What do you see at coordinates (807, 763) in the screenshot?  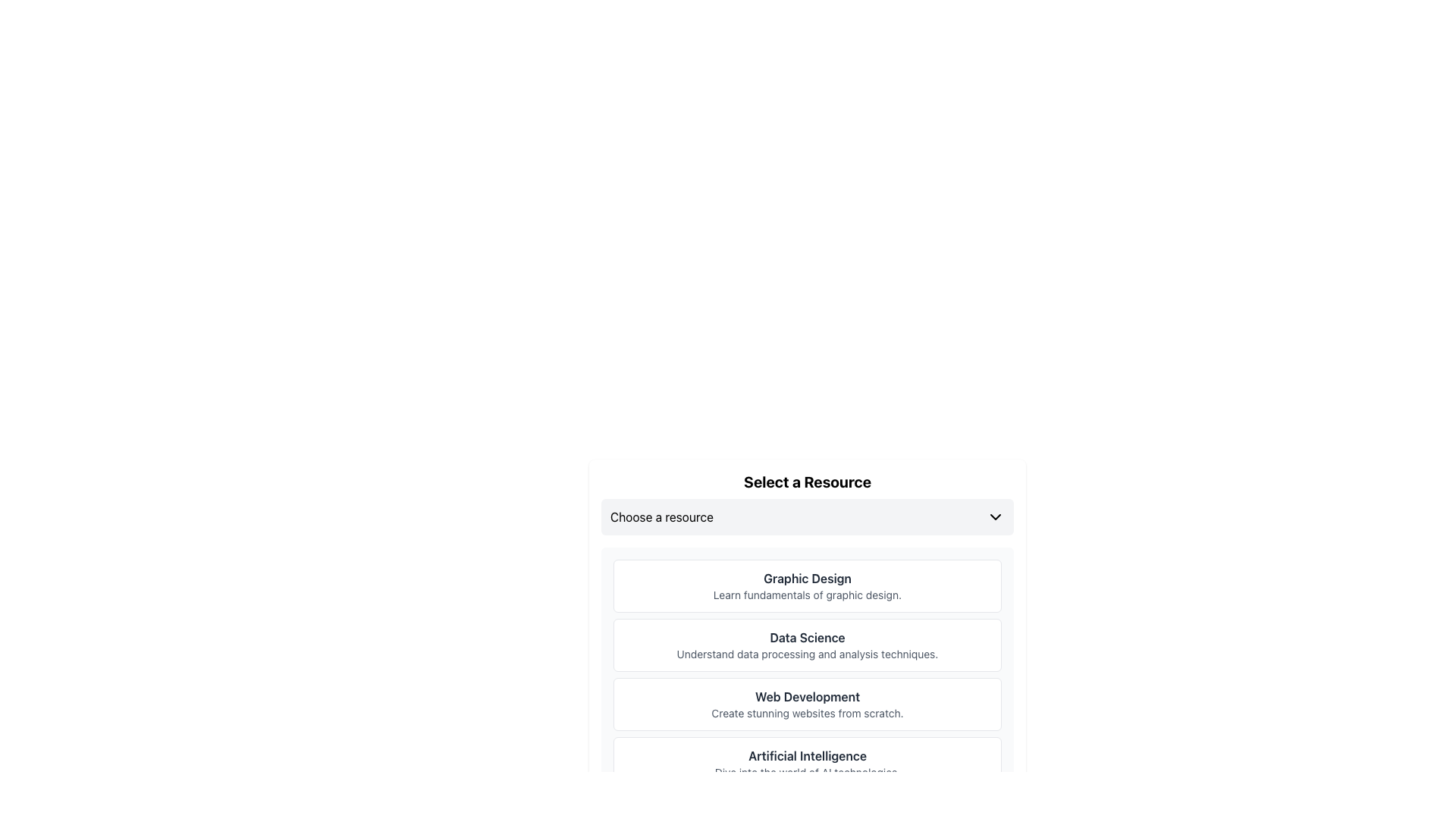 I see `the fourth card in the vertical list titled 'Select a Resource', which represents a selectable resource option for Artificial Intelligence` at bounding box center [807, 763].